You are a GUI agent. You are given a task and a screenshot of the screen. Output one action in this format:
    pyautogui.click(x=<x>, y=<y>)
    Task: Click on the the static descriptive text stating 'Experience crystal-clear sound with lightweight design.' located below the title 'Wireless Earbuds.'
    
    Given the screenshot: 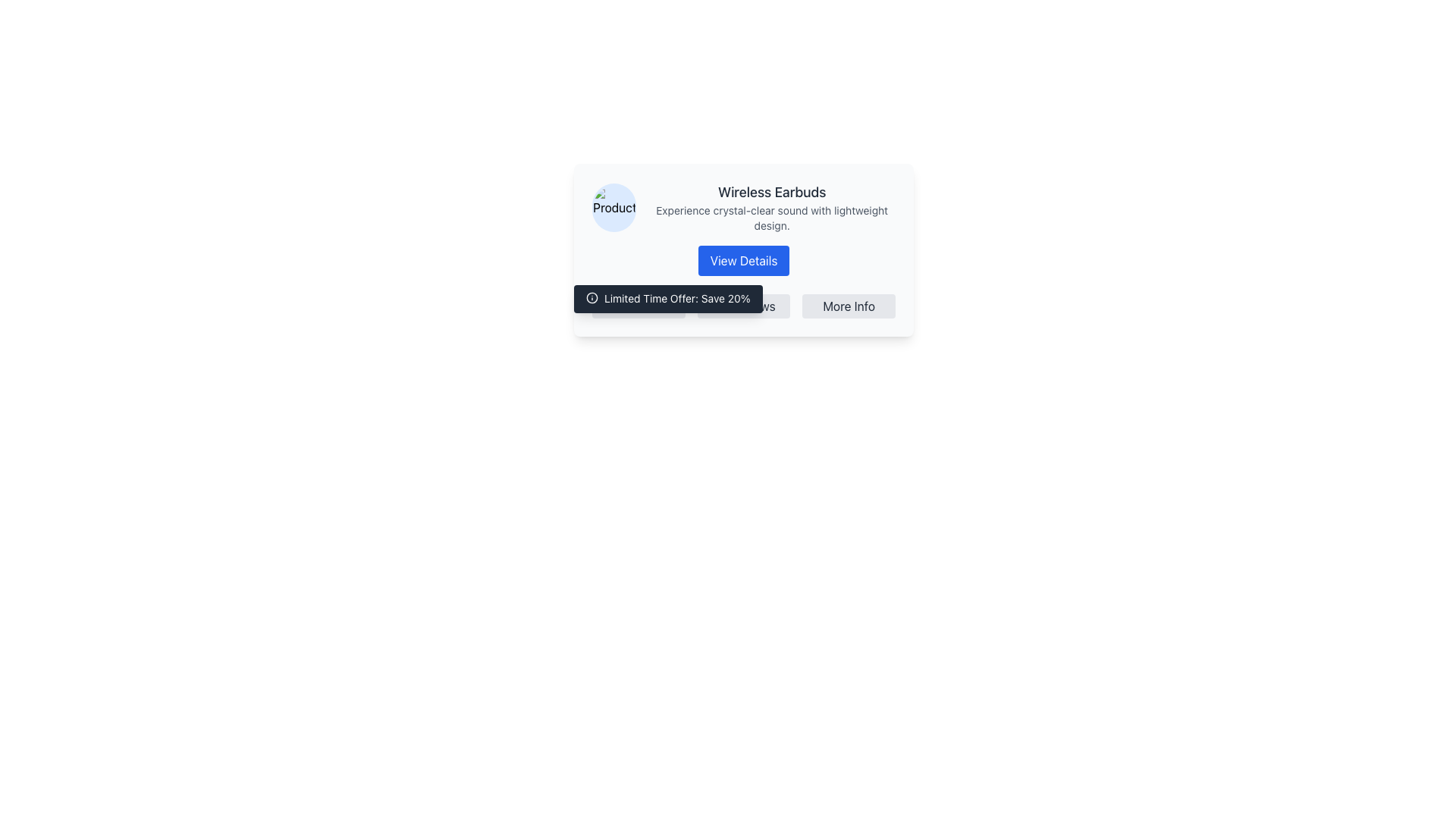 What is the action you would take?
    pyautogui.click(x=772, y=218)
    